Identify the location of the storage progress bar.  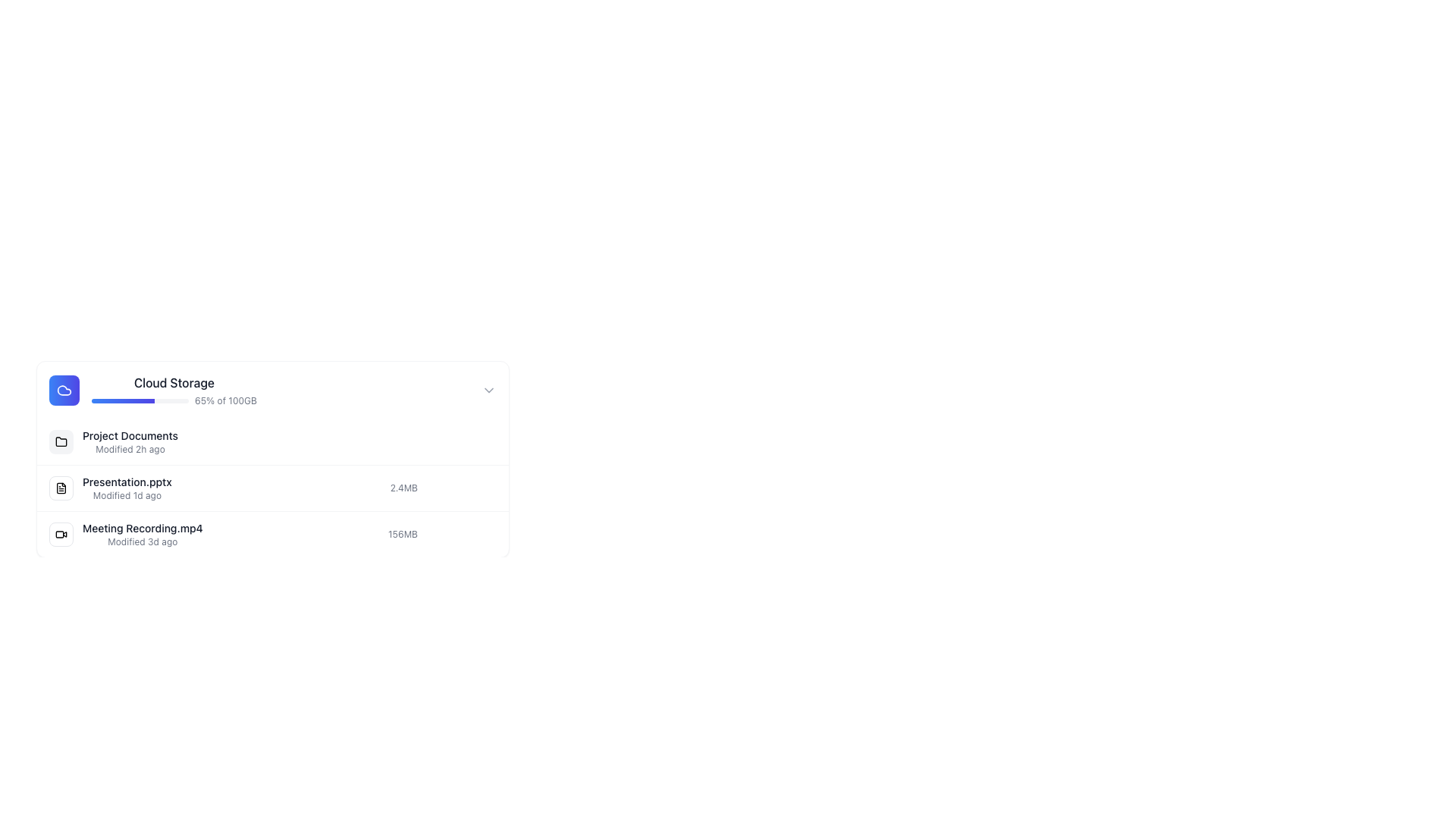
(111, 400).